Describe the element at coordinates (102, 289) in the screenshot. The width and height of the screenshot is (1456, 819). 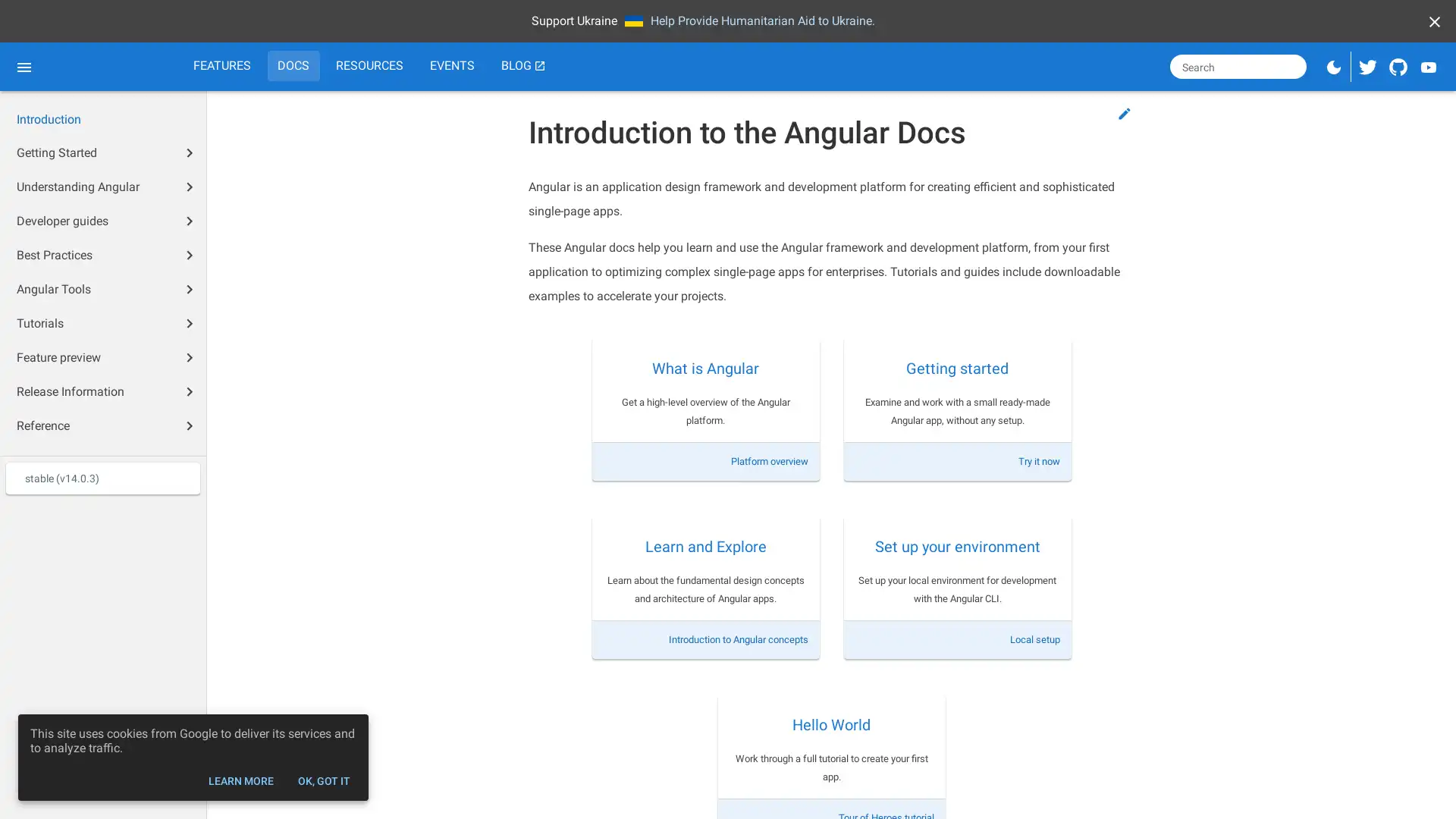
I see `Angular Tools` at that location.